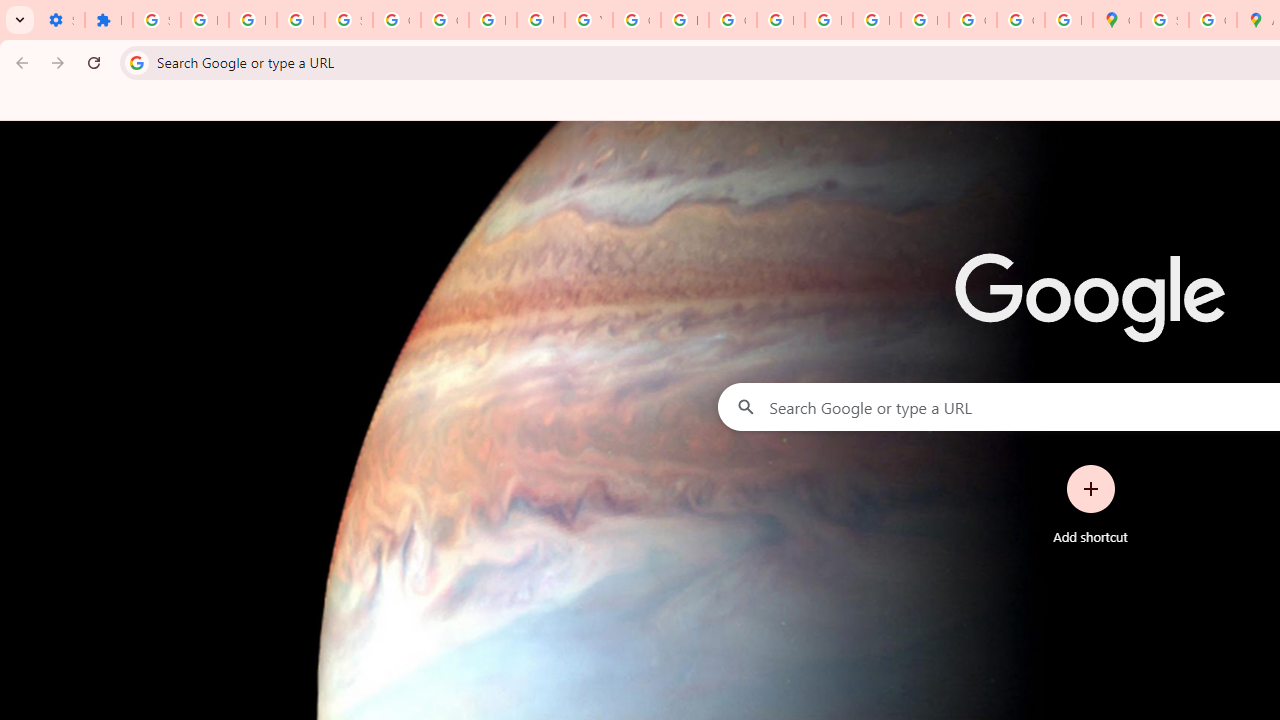  I want to click on 'Sign in - Google Accounts', so click(155, 20).